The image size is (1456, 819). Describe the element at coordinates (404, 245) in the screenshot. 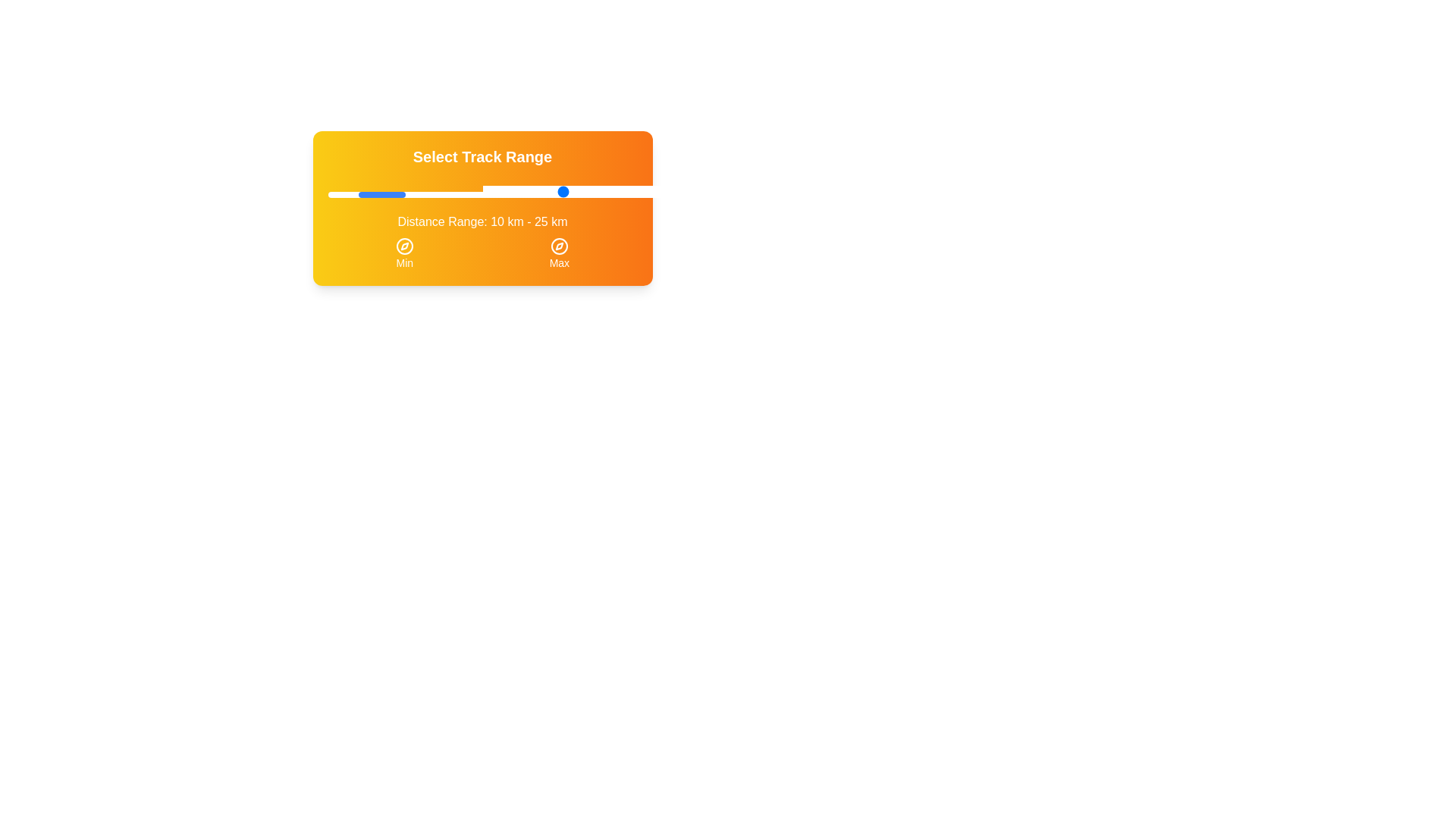

I see `the compass icon, which is an outlined circular shape with a white outline and an orange background, located to the left of the text 'Min' under 'Distance Range: 10 km - 25 km'` at that location.